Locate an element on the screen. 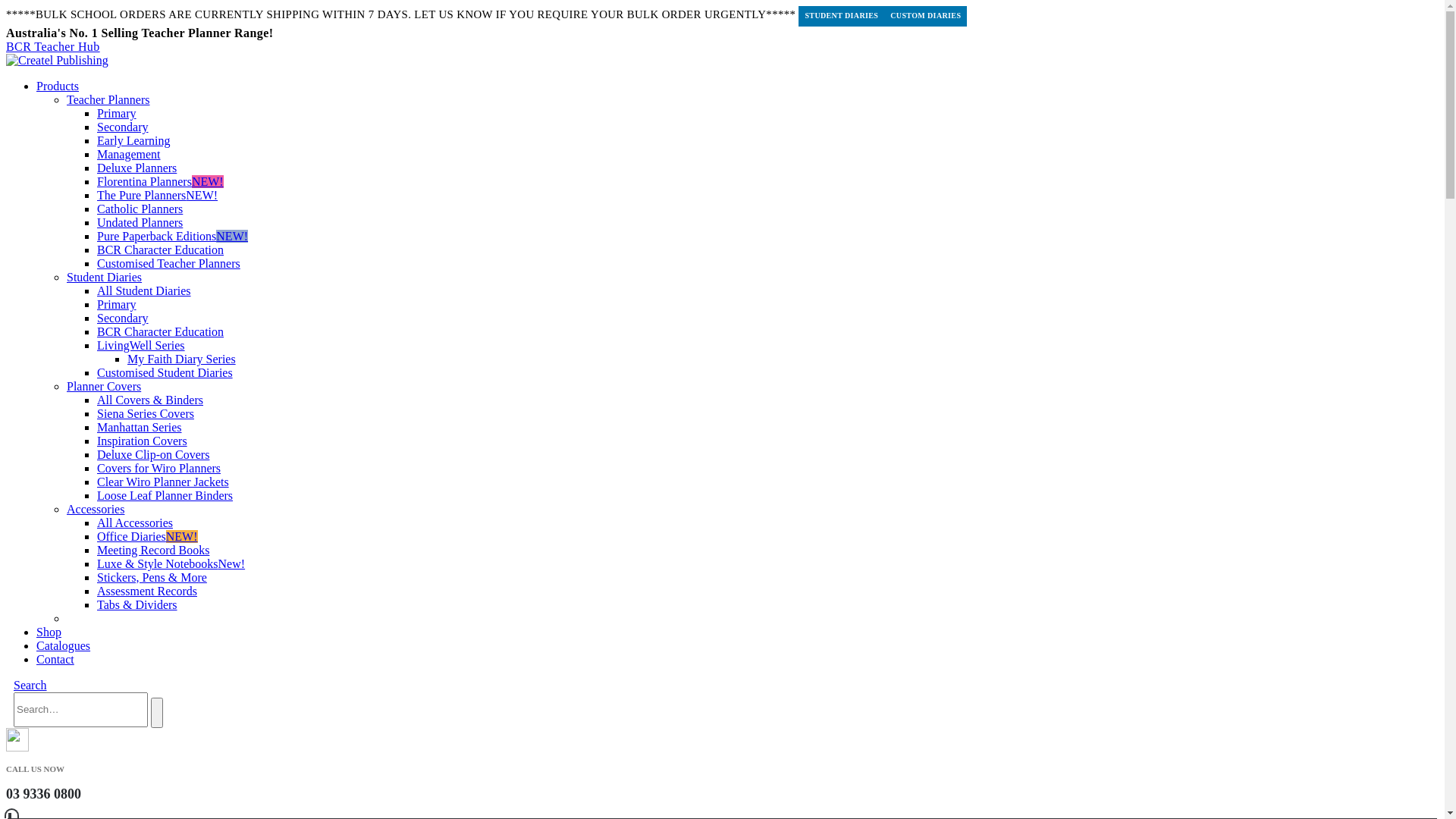 The width and height of the screenshot is (1456, 819). 'Products' is located at coordinates (58, 86).